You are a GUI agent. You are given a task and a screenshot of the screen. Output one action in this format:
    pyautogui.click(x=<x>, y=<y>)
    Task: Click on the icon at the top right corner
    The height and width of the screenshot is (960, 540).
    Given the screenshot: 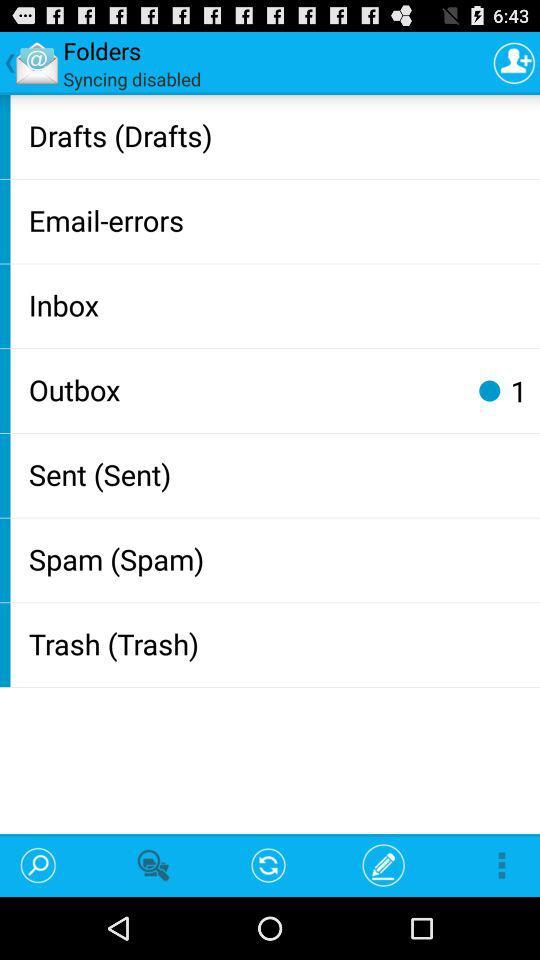 What is the action you would take?
    pyautogui.click(x=514, y=62)
    